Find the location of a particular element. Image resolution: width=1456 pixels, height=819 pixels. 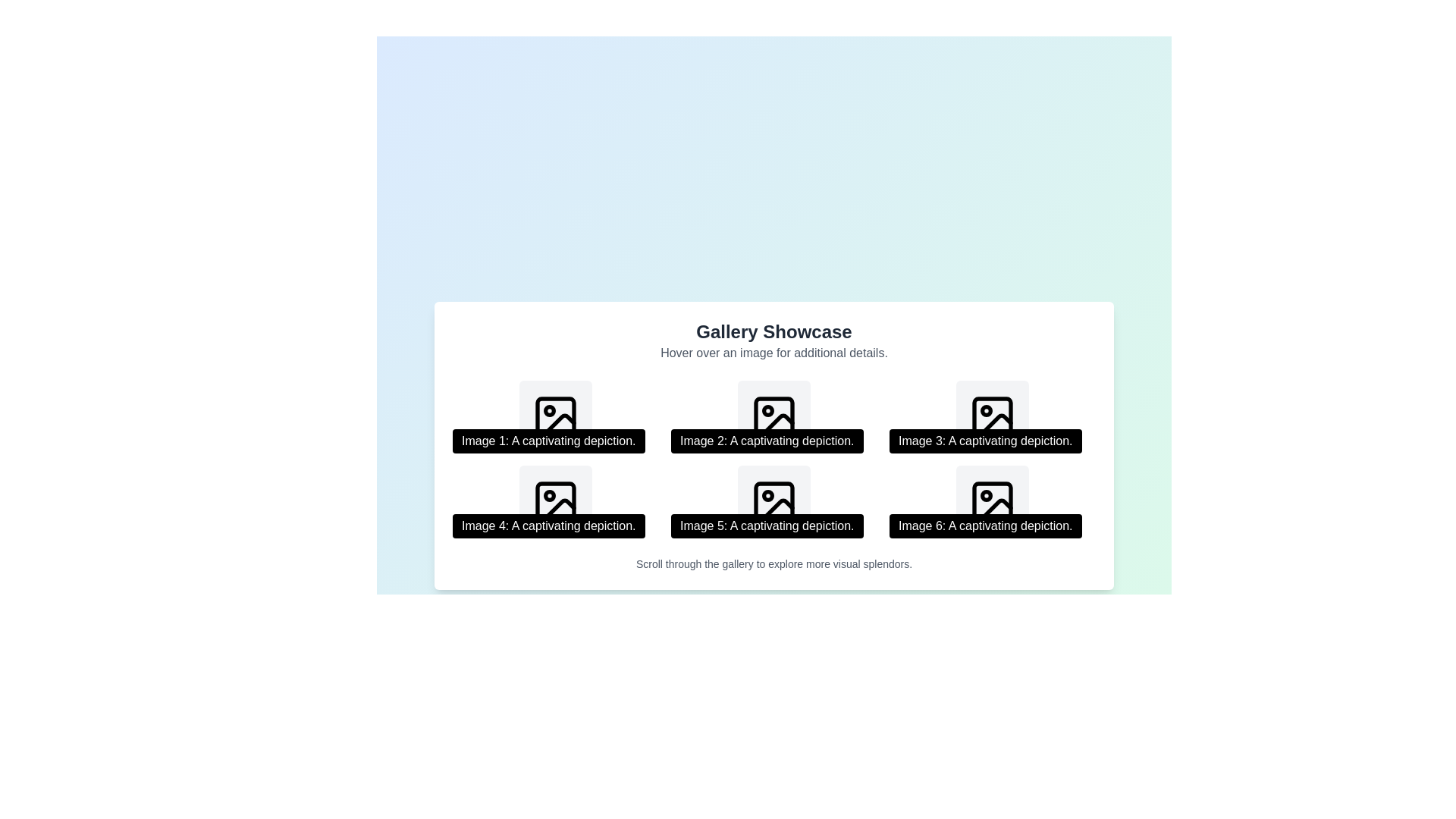

the interactive button in the gallery grid layout, which is the second item from the left in the top row is located at coordinates (774, 417).